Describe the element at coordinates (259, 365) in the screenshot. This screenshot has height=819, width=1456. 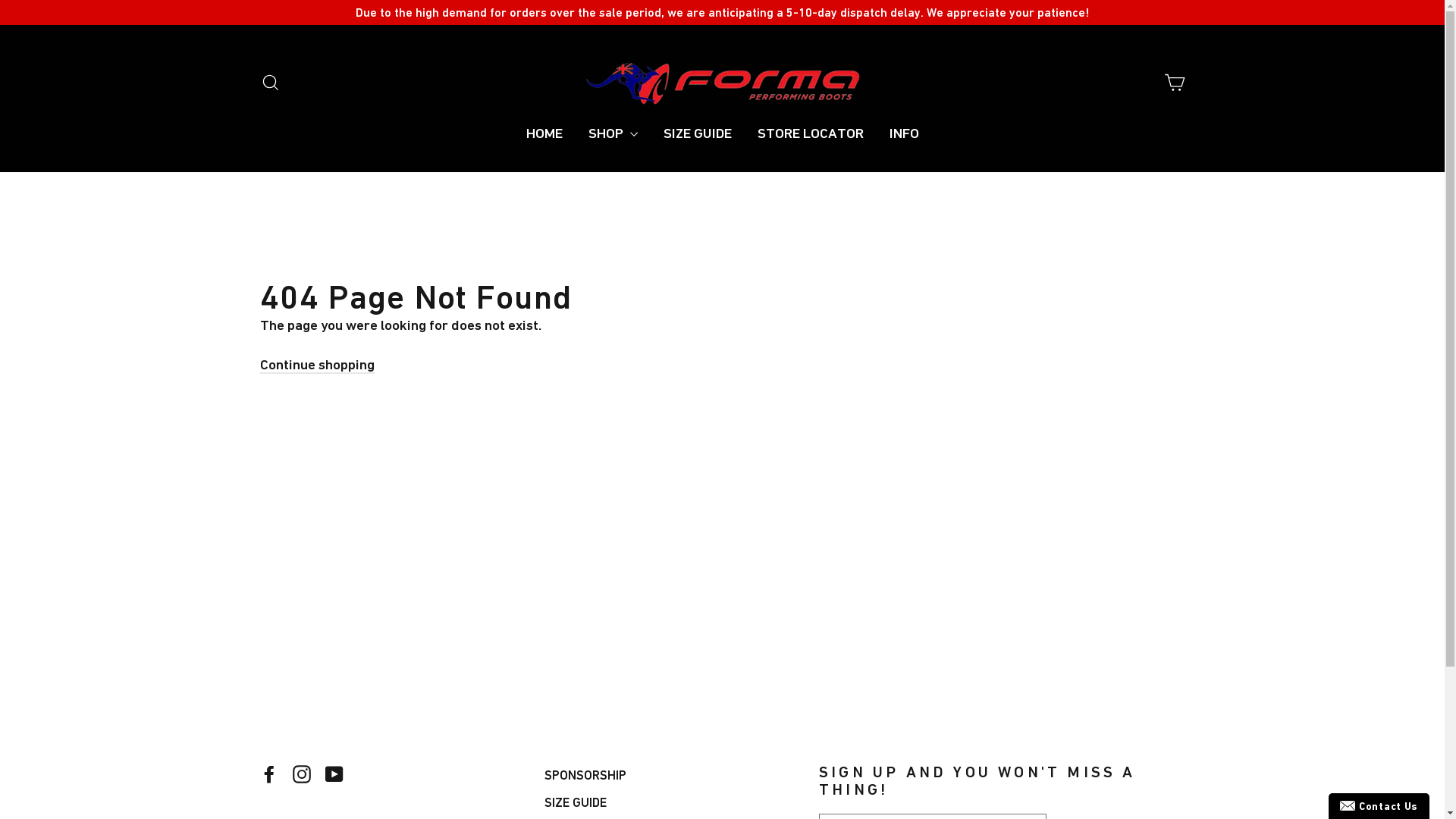
I see `'Continue shopping'` at that location.